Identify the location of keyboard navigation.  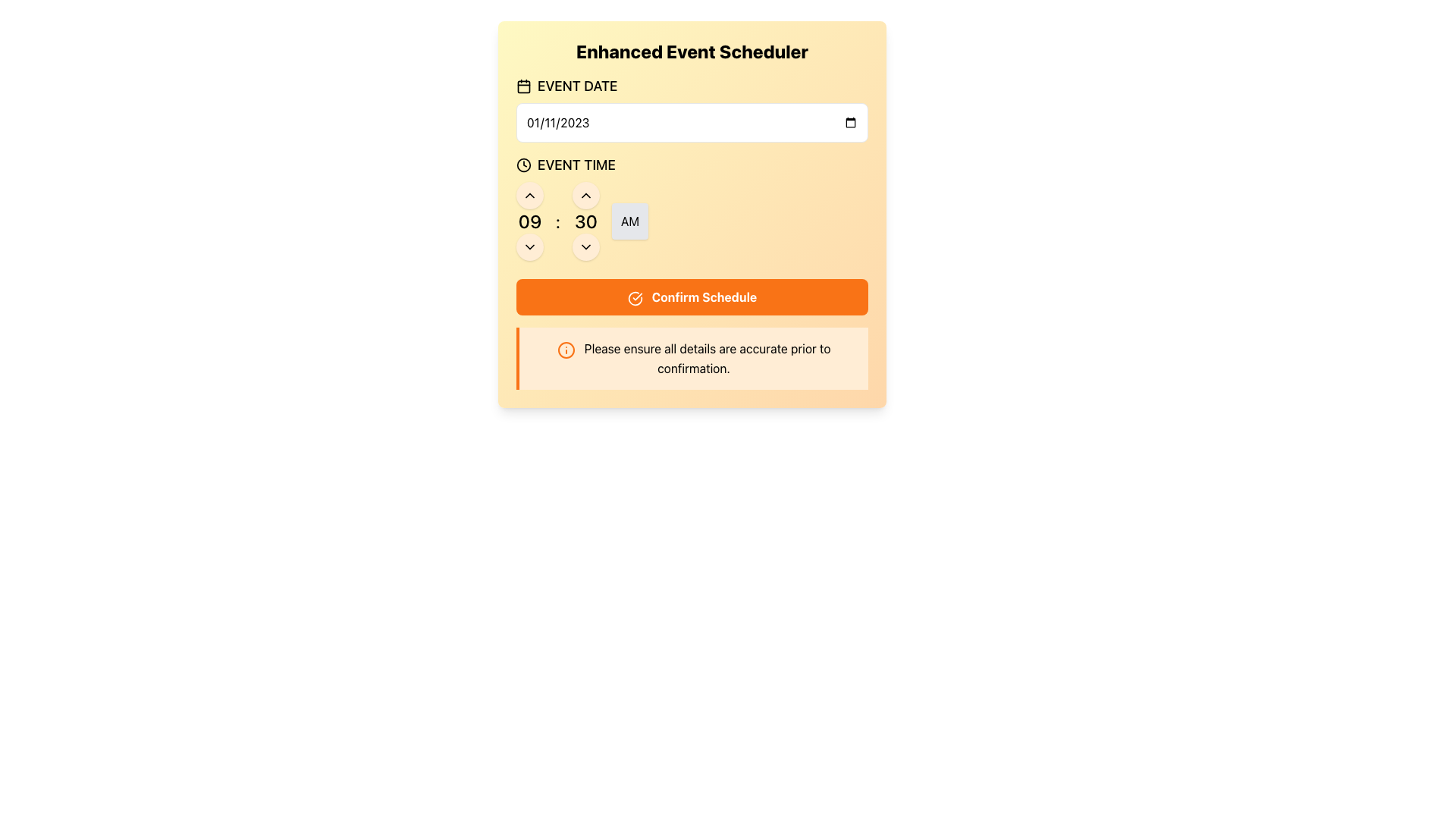
(691, 108).